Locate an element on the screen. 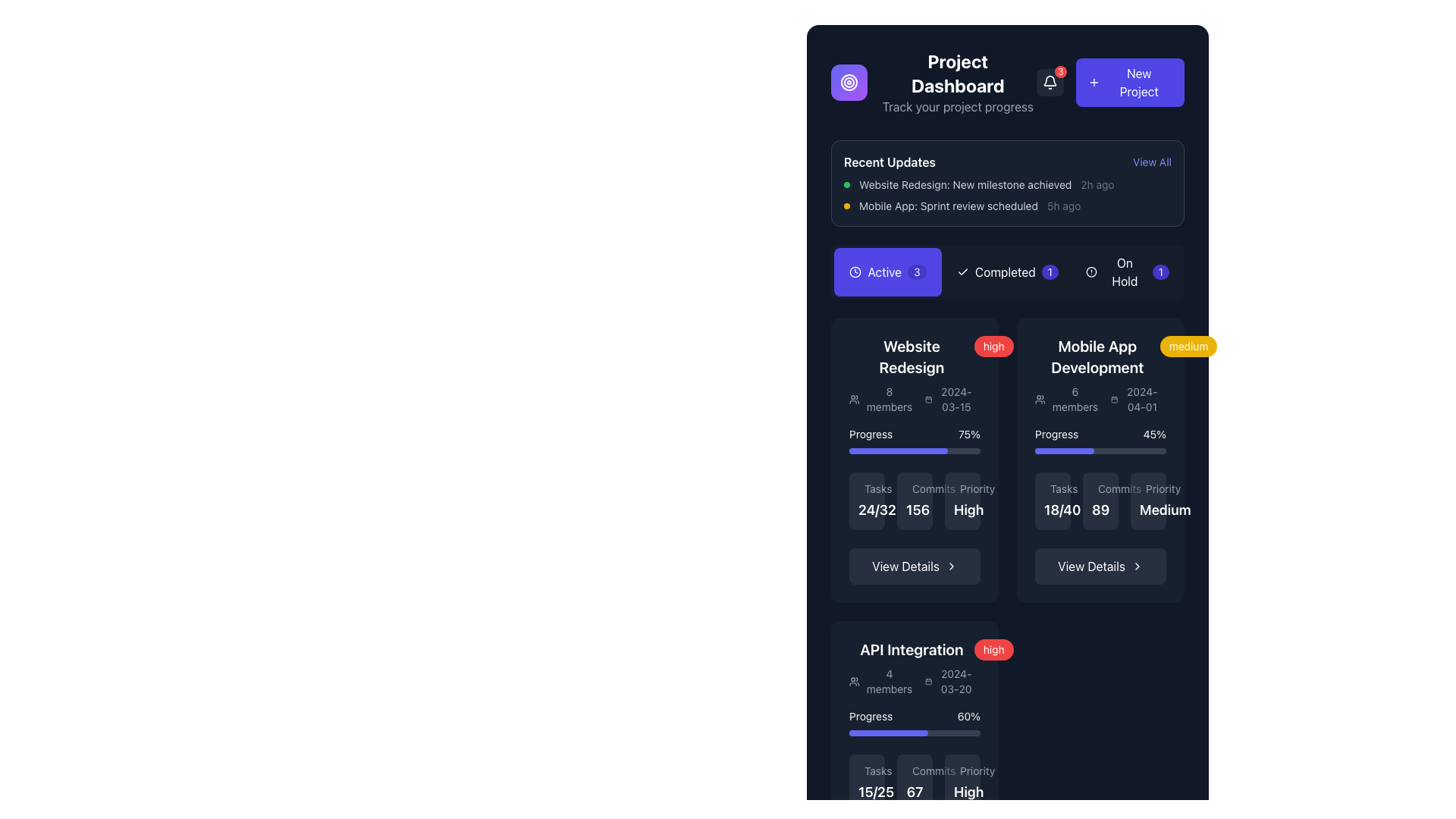 The image size is (1456, 819). progress bar is located at coordinates (962, 733).